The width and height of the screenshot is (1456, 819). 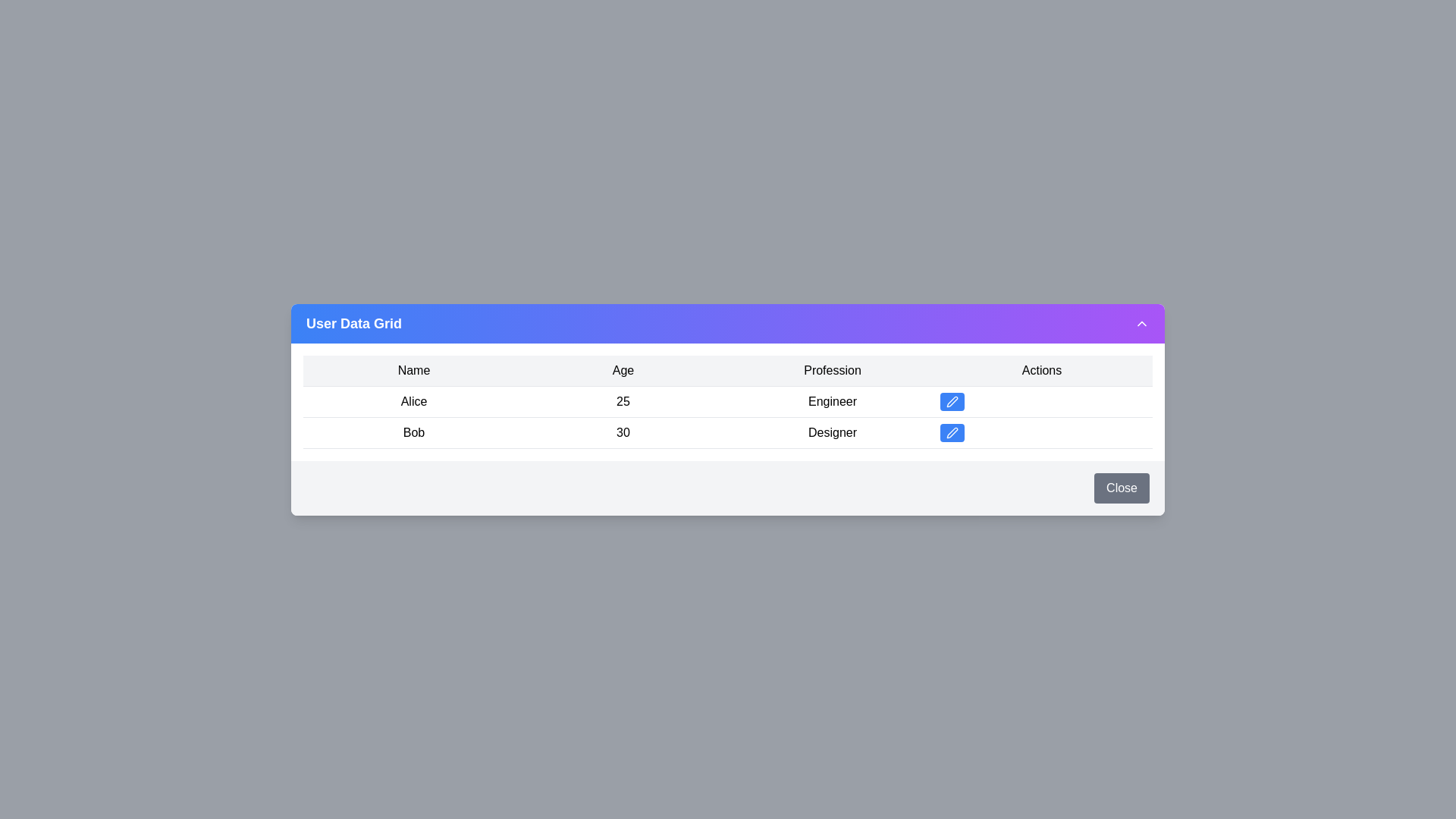 What do you see at coordinates (1122, 488) in the screenshot?
I see `the 'Close' button with a gray background and white text located in the bottom-right corner of the modal interface` at bounding box center [1122, 488].